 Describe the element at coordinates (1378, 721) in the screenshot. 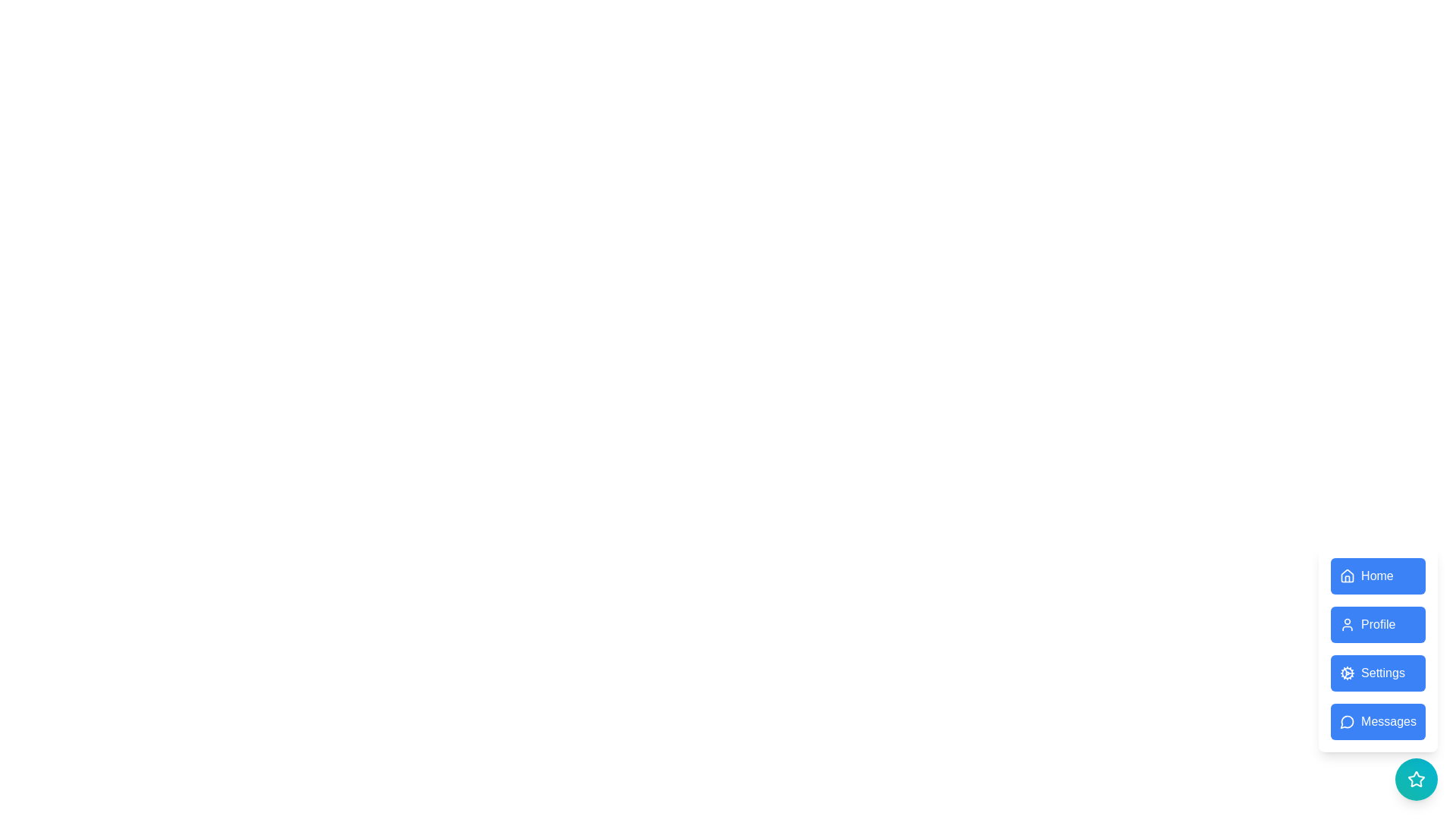

I see `the 'Messages' button, which is a rounded rectangular button with a vibrant blue background and white text` at that location.